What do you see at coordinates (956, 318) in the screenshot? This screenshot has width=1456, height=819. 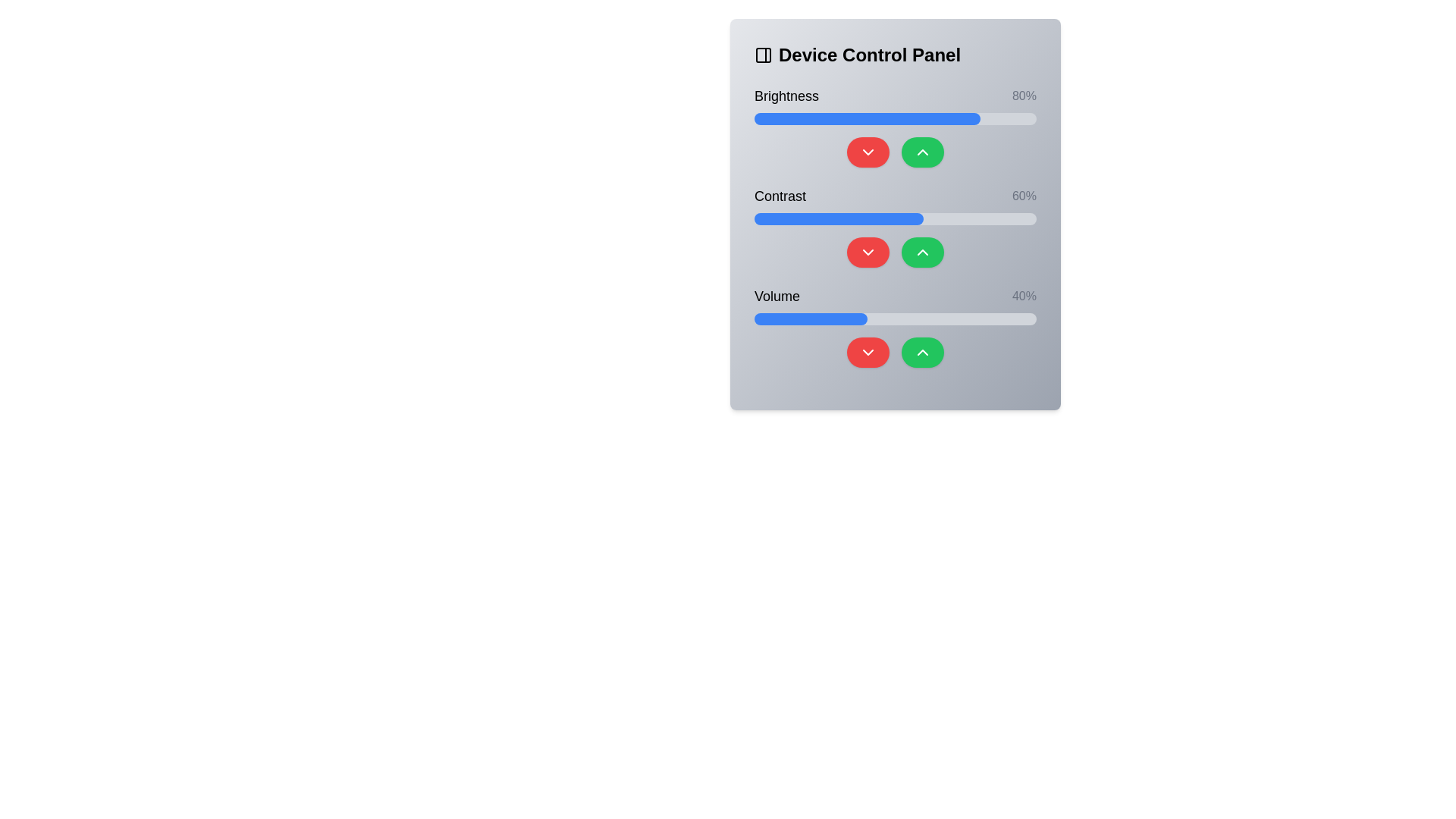 I see `the volume` at bounding box center [956, 318].